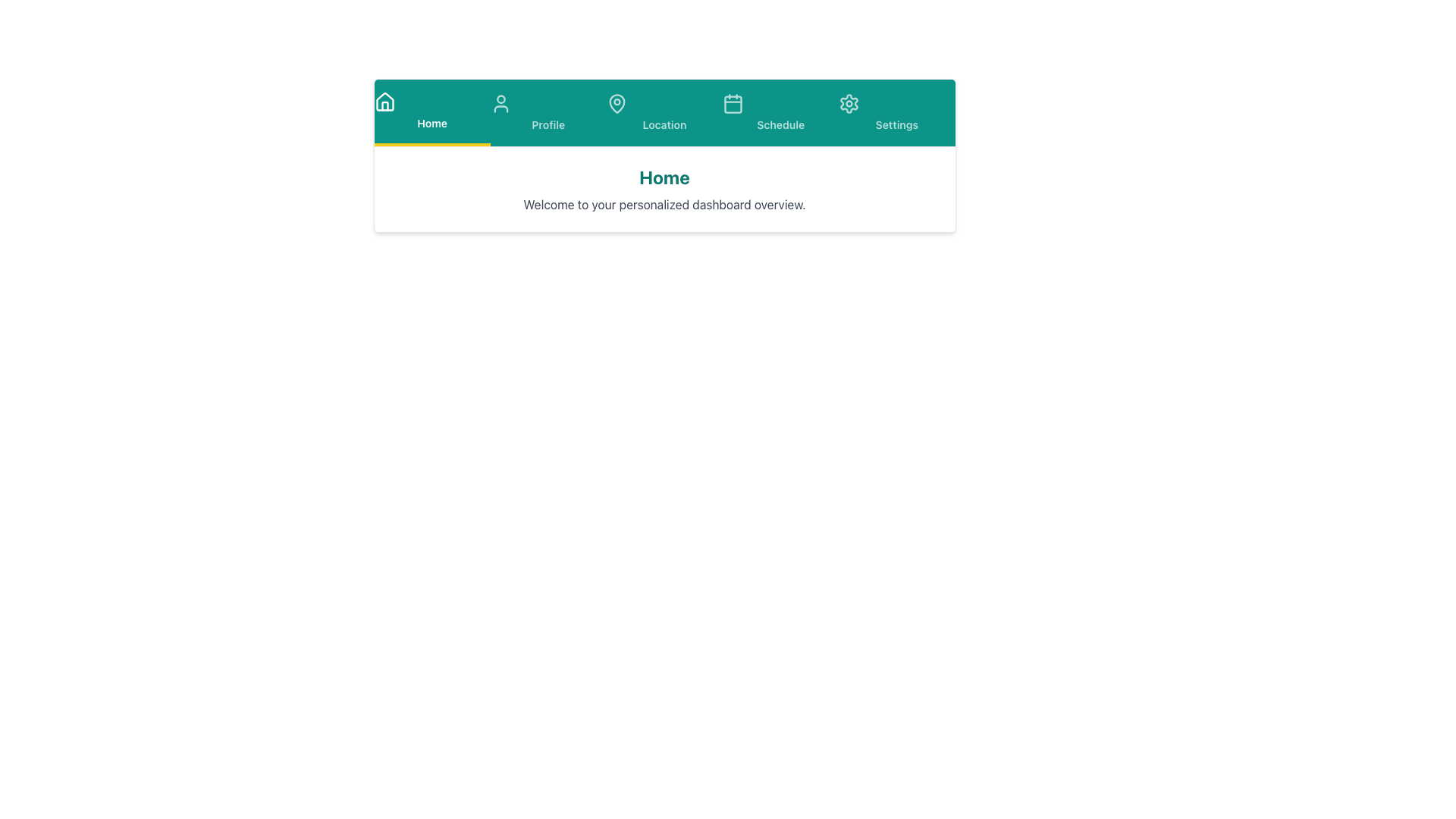 This screenshot has width=1456, height=819. Describe the element at coordinates (733, 104) in the screenshot. I see `the Calendar icon in the Schedule section of the top navigation bar` at that location.